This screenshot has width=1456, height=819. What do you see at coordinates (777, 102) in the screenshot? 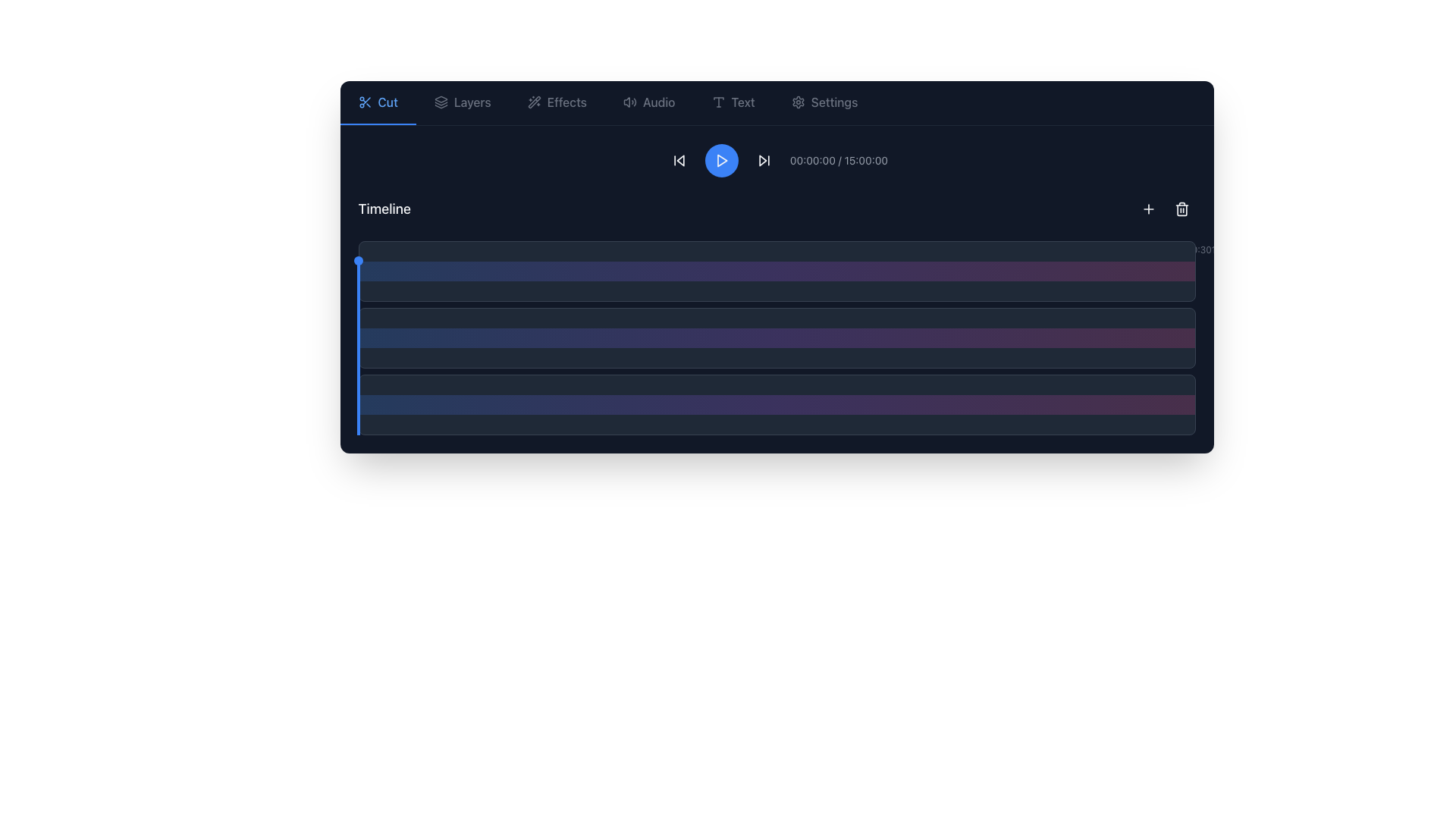
I see `icons on the navigation bar located at the top of the interface for visual cues` at bounding box center [777, 102].